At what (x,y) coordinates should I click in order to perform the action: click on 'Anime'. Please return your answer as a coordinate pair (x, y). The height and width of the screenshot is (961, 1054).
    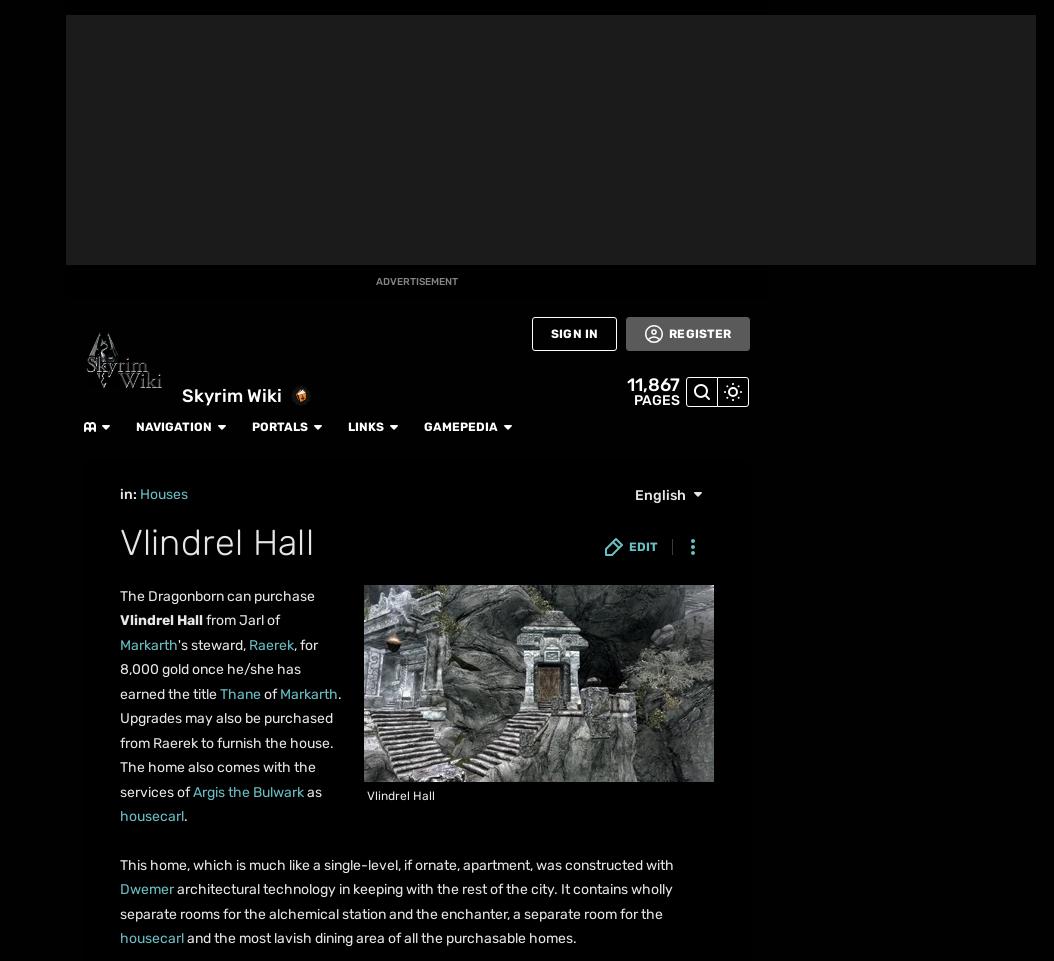
    Looking at the image, I should click on (16, 356).